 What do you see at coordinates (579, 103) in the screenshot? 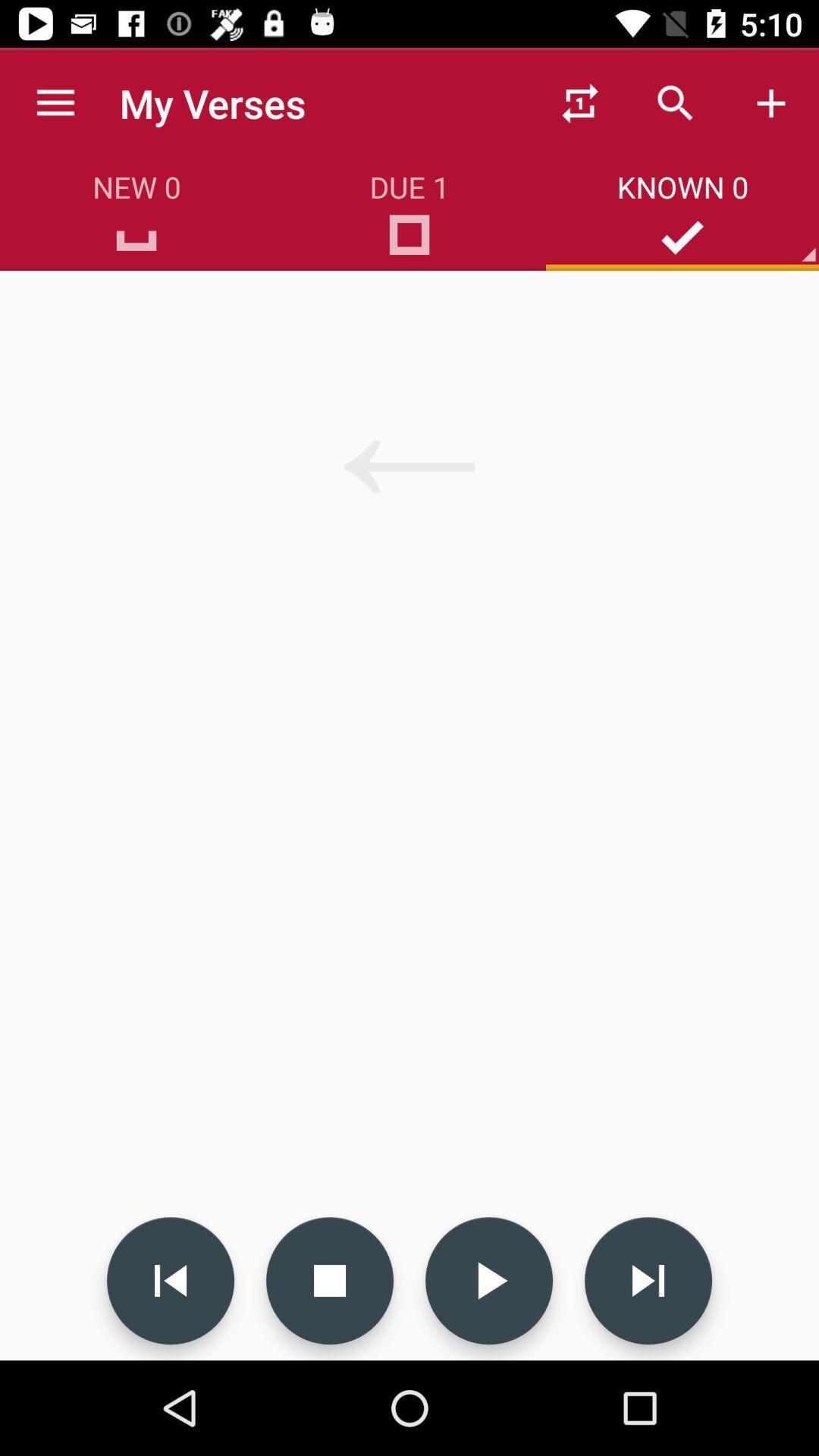
I see `the first icon on the top` at bounding box center [579, 103].